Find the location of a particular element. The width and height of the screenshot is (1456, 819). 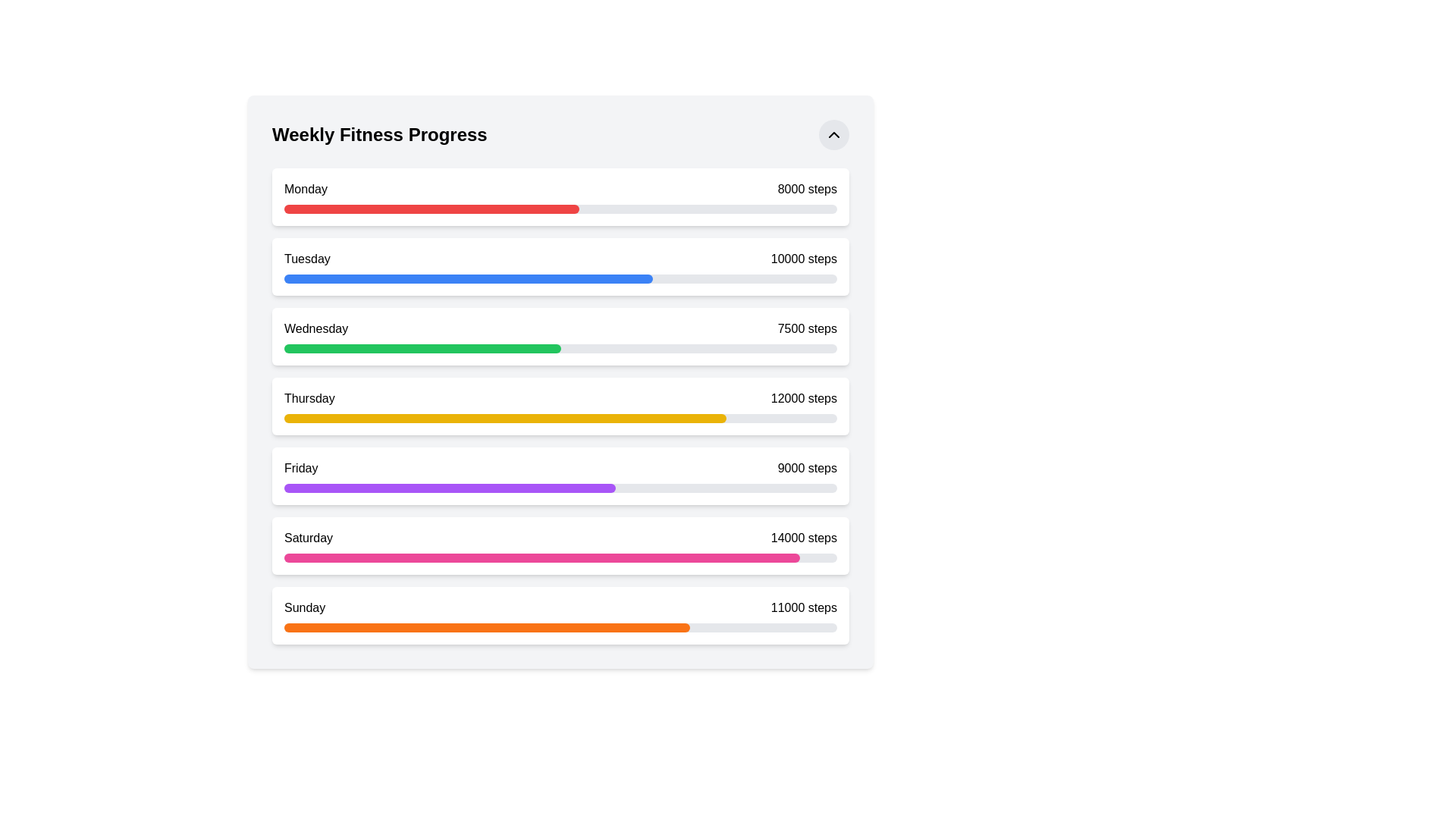

the Progress bar representing Tuesday's step count goal, located to the left of the '10000 steps' label for indirect interaction is located at coordinates (560, 278).